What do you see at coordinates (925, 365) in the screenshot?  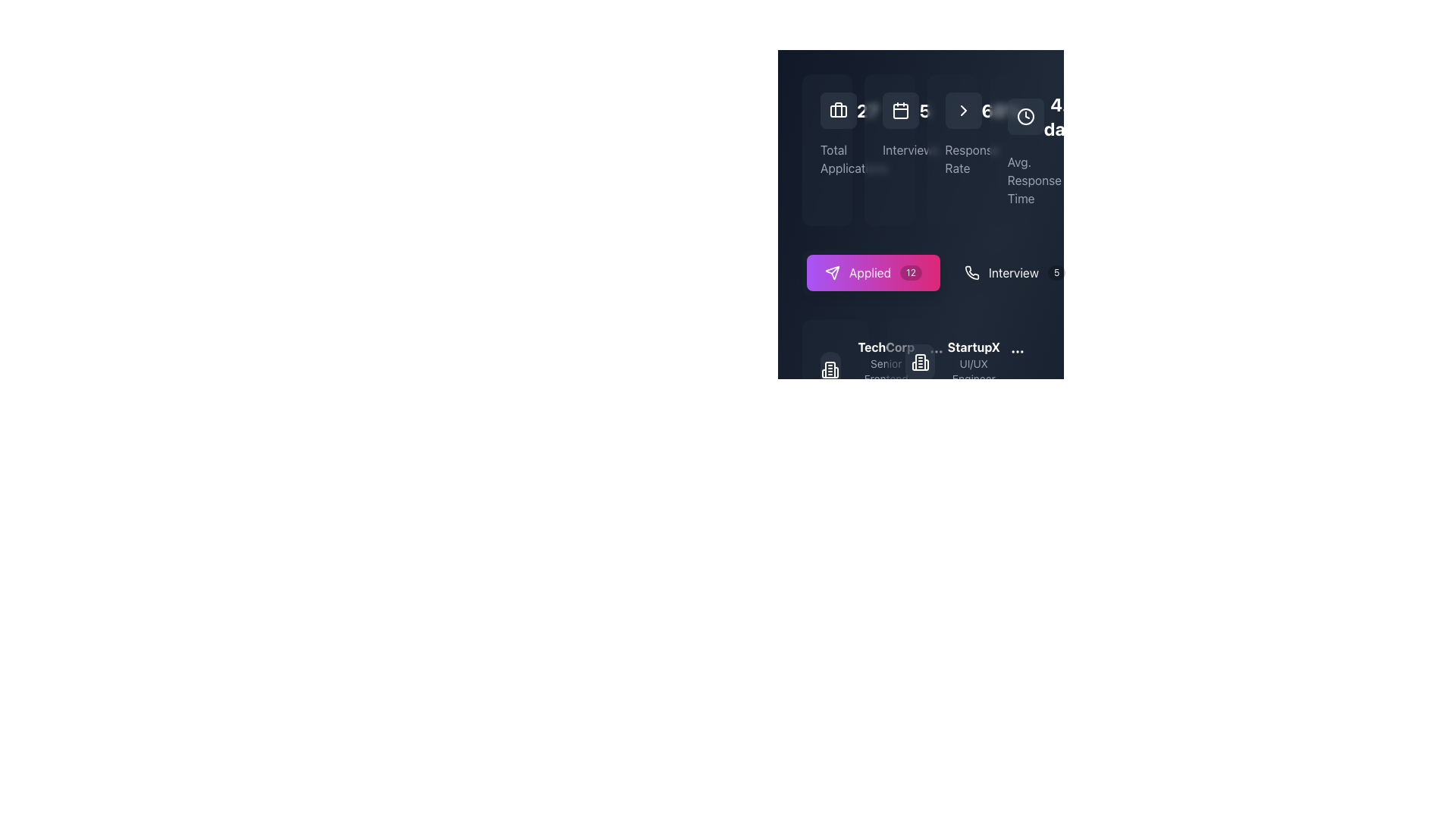 I see `the Decorative vector component located within the building icon, which resembles a side of a door or window and is positioned towards the right side among other vertical lines` at bounding box center [925, 365].